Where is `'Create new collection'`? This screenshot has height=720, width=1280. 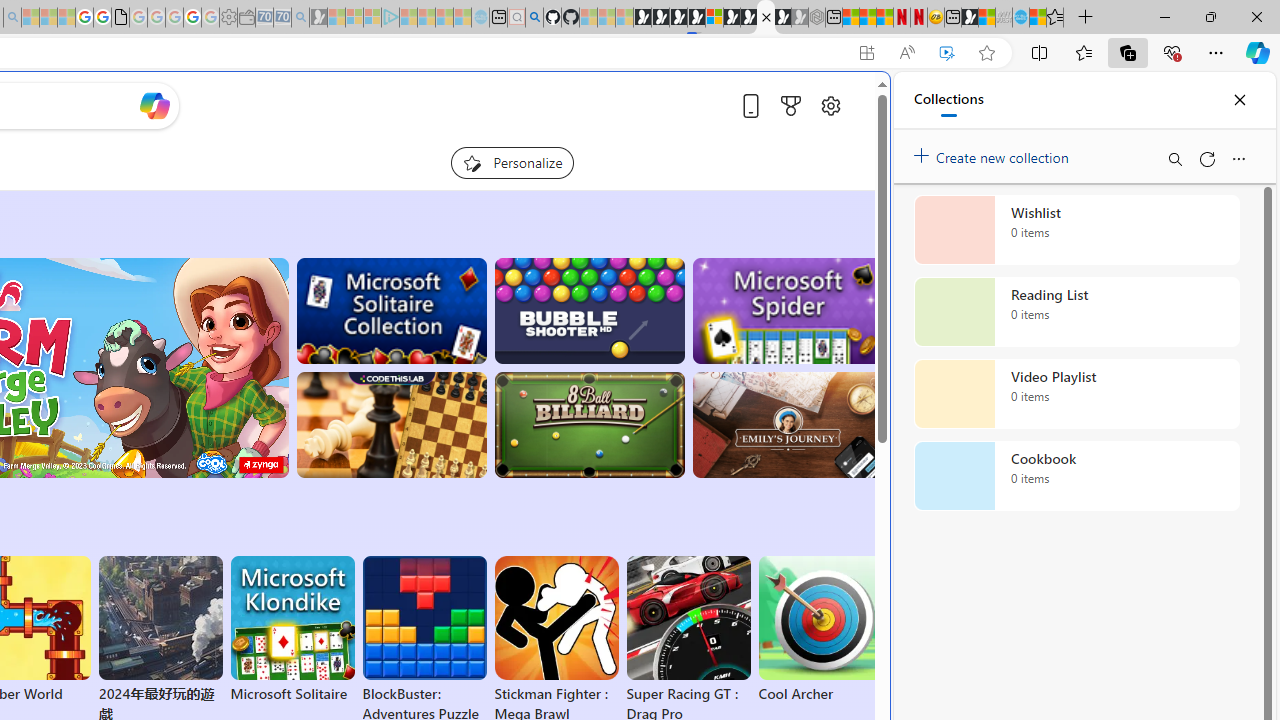 'Create new collection' is located at coordinates (995, 152).